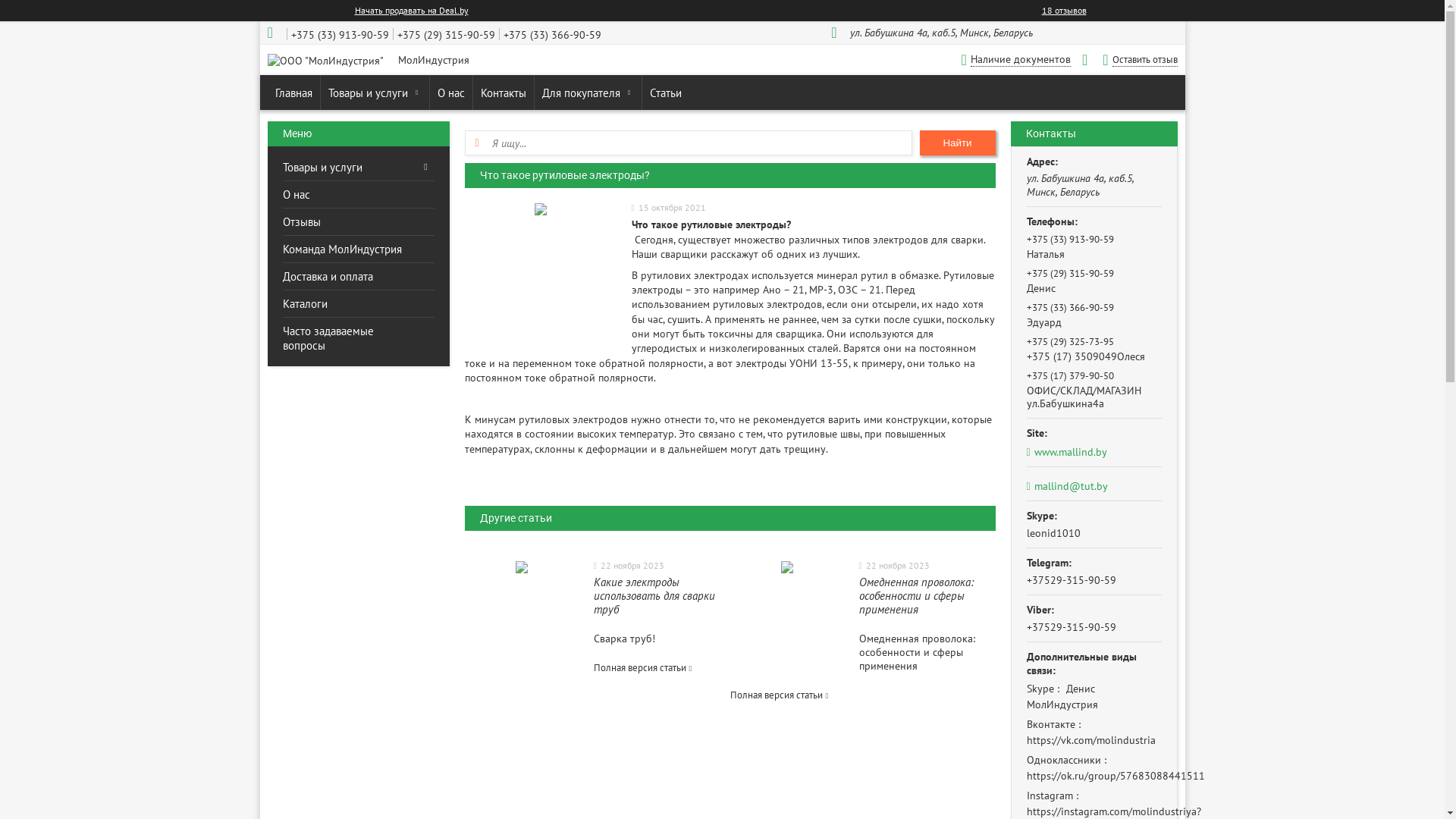 The image size is (1456, 819). What do you see at coordinates (1090, 739) in the screenshot?
I see `'https://vk.com/molindustria'` at bounding box center [1090, 739].